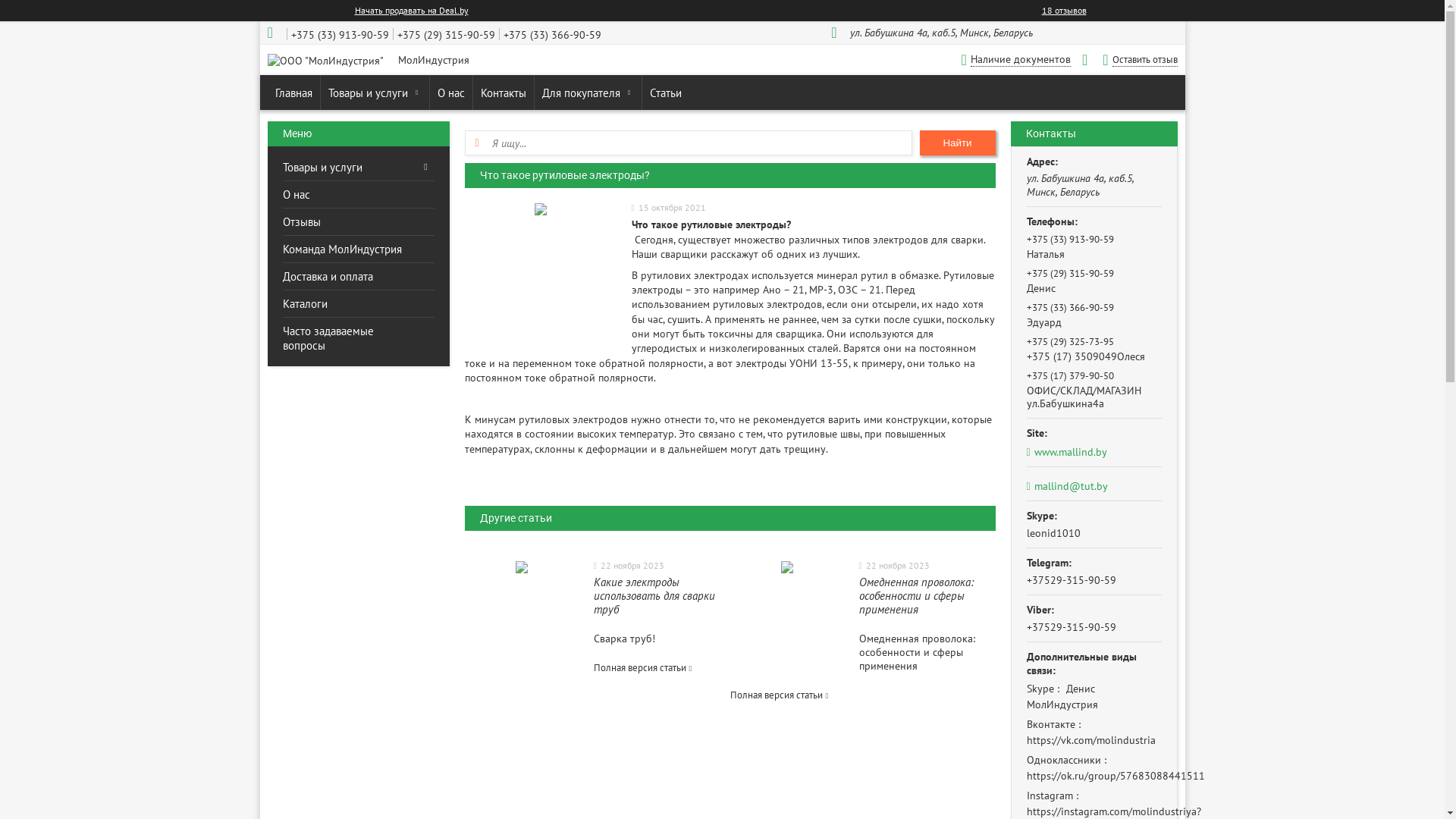 The image size is (1456, 819). What do you see at coordinates (1090, 739) in the screenshot?
I see `'https://vk.com/molindustria'` at bounding box center [1090, 739].